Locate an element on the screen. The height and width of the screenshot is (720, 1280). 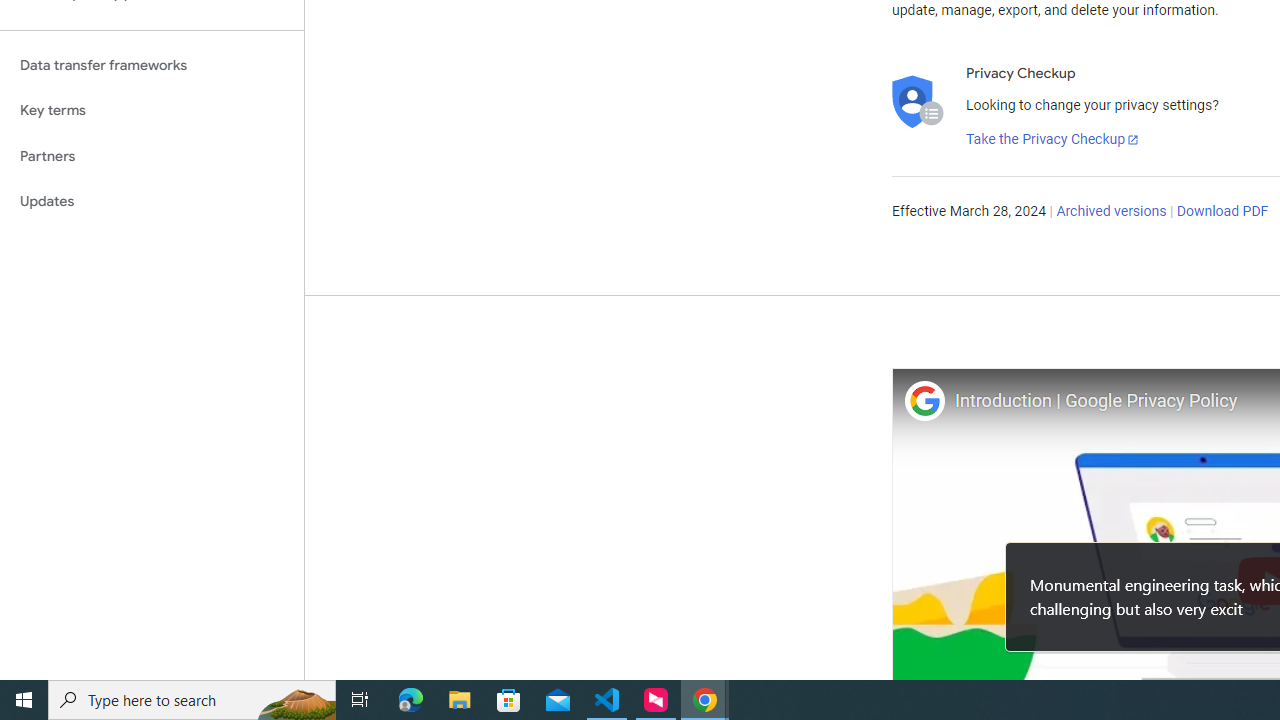
'Take the Privacy Checkup' is located at coordinates (1052, 139).